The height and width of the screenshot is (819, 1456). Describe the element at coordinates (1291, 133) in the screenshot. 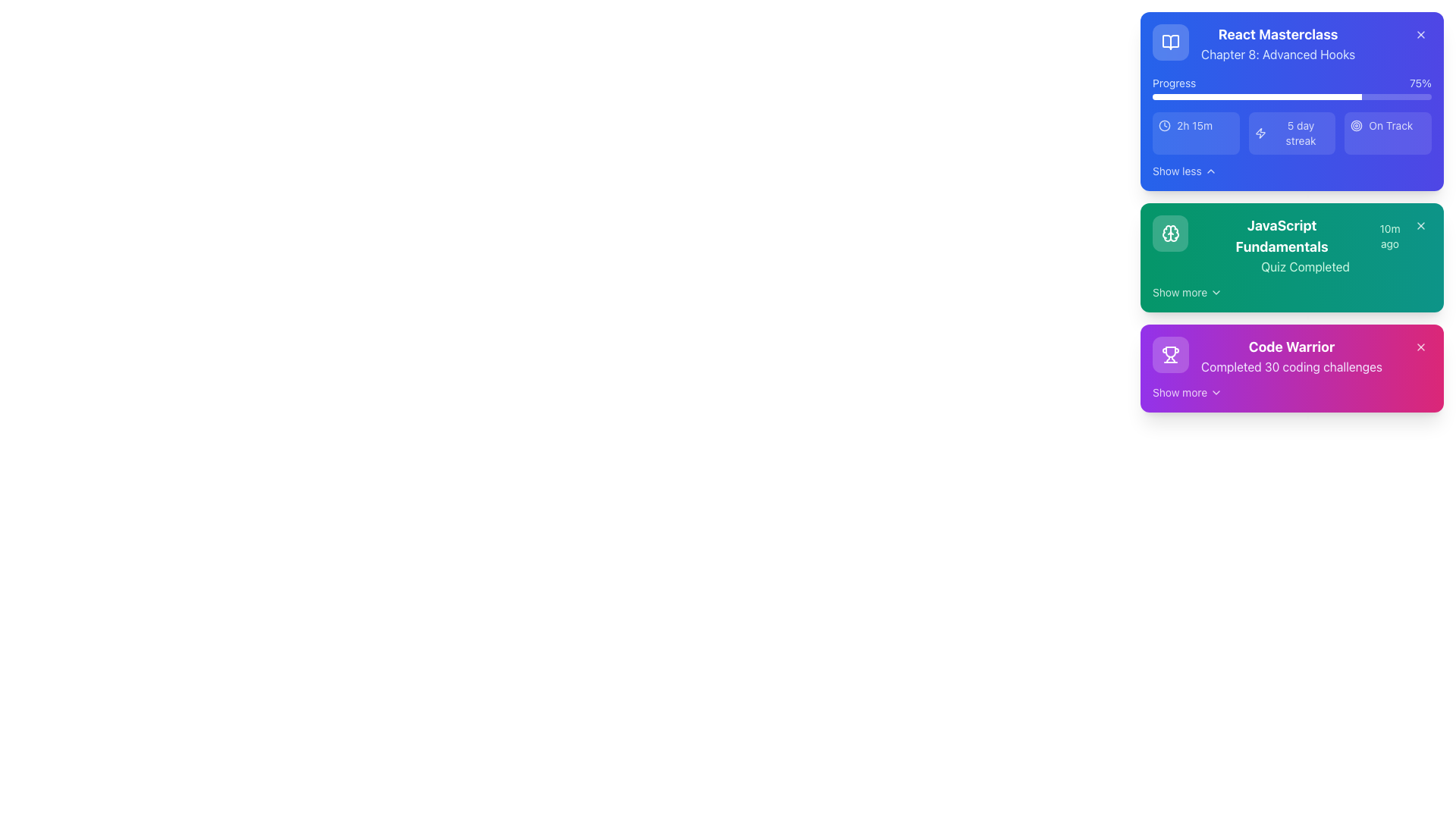

I see `displayed streak information from the button-like UI component showing '5 day streak' with a lightning bolt icon, positioned between '2h 15m' and 'On Track' buttons` at that location.